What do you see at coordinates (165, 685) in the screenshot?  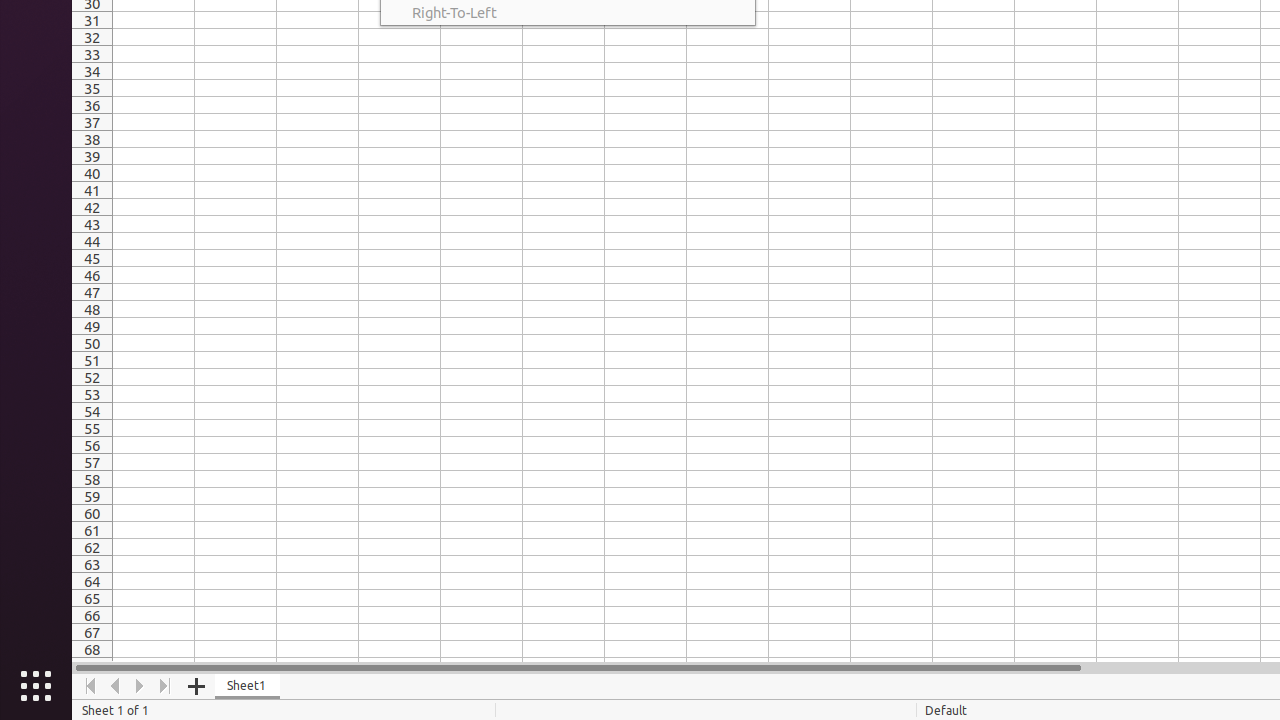 I see `'Move To End'` at bounding box center [165, 685].